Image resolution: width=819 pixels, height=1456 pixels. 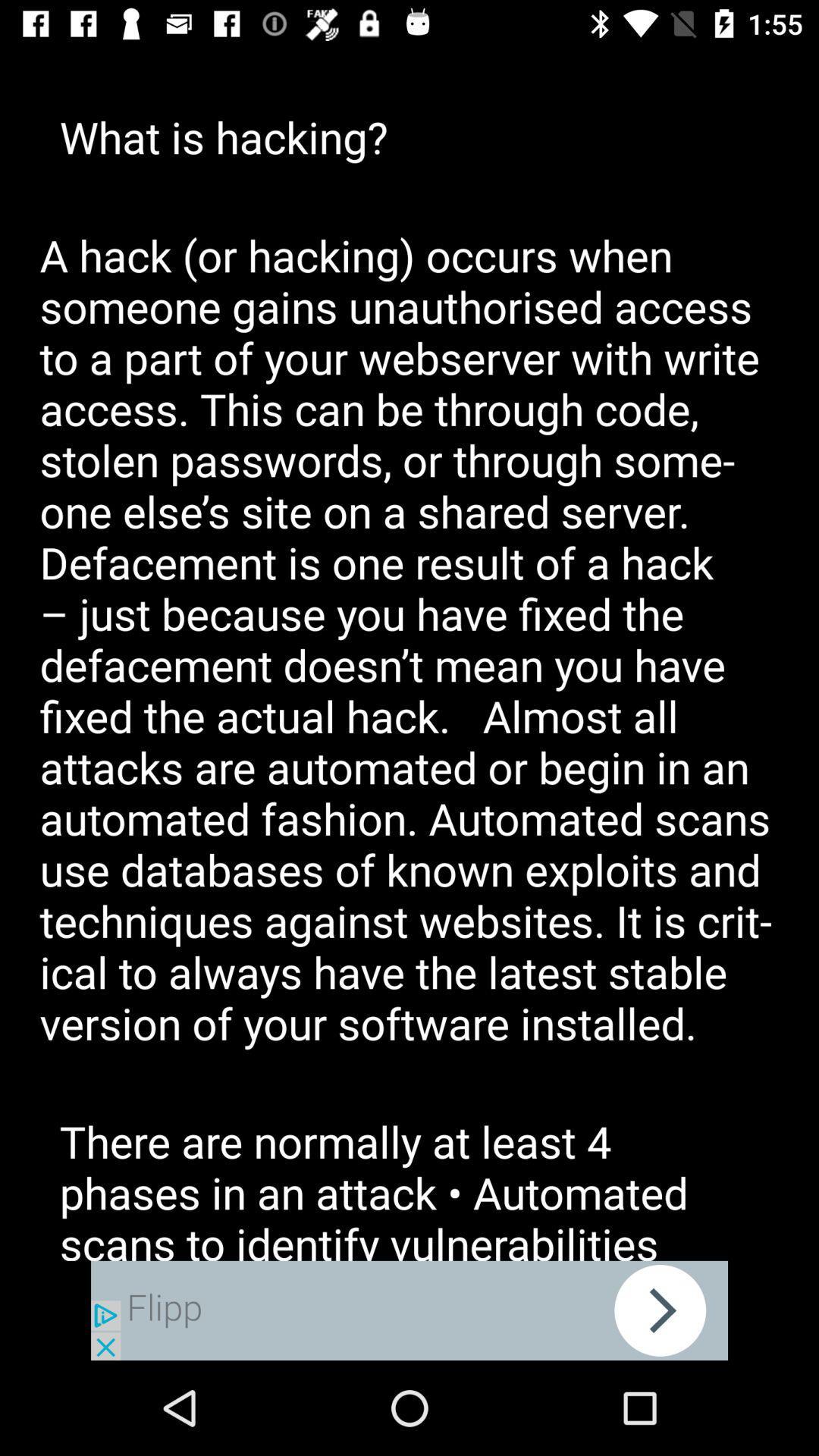 I want to click on pop up advertisement, so click(x=409, y=1310).